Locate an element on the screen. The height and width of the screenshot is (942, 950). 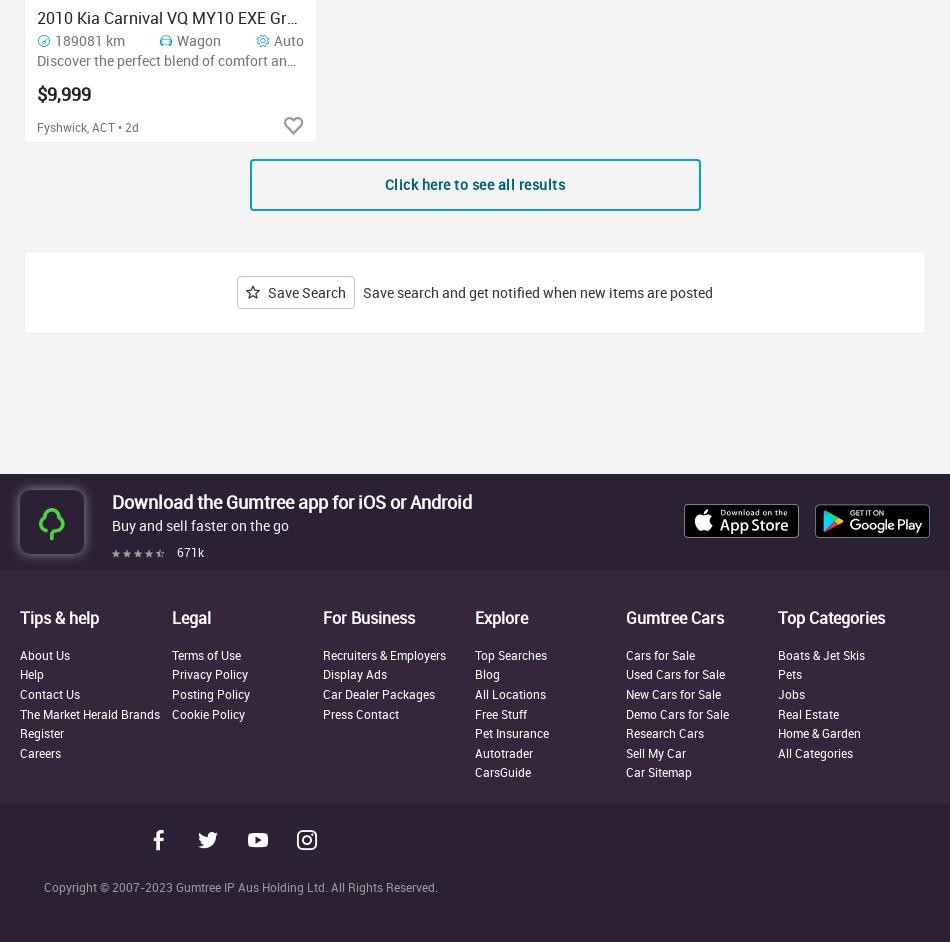
'About Us' is located at coordinates (45, 653).